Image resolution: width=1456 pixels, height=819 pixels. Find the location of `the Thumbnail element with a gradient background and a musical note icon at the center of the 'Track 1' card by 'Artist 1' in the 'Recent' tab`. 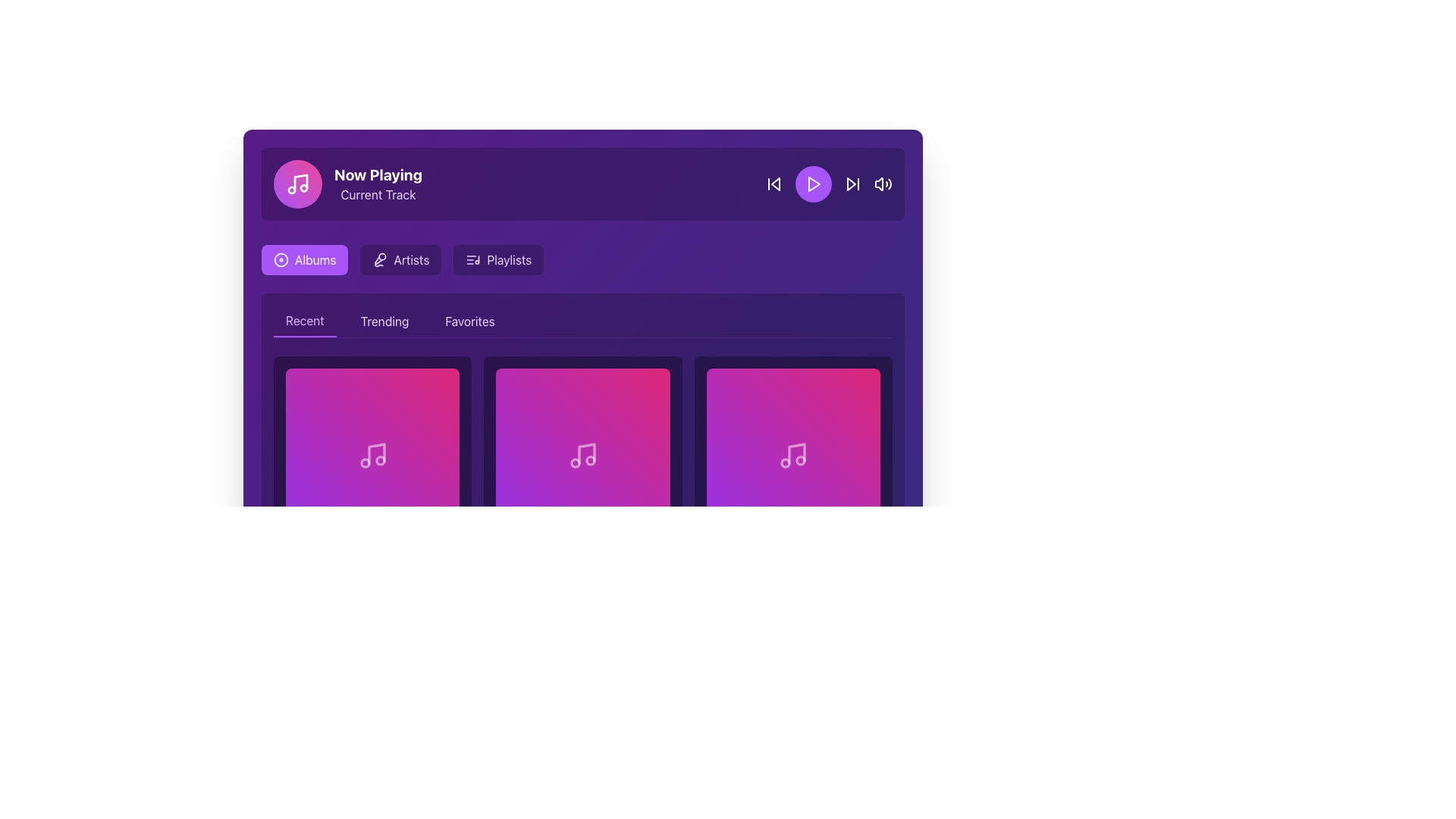

the Thumbnail element with a gradient background and a musical note icon at the center of the 'Track 1' card by 'Artist 1' in the 'Recent' tab is located at coordinates (372, 454).